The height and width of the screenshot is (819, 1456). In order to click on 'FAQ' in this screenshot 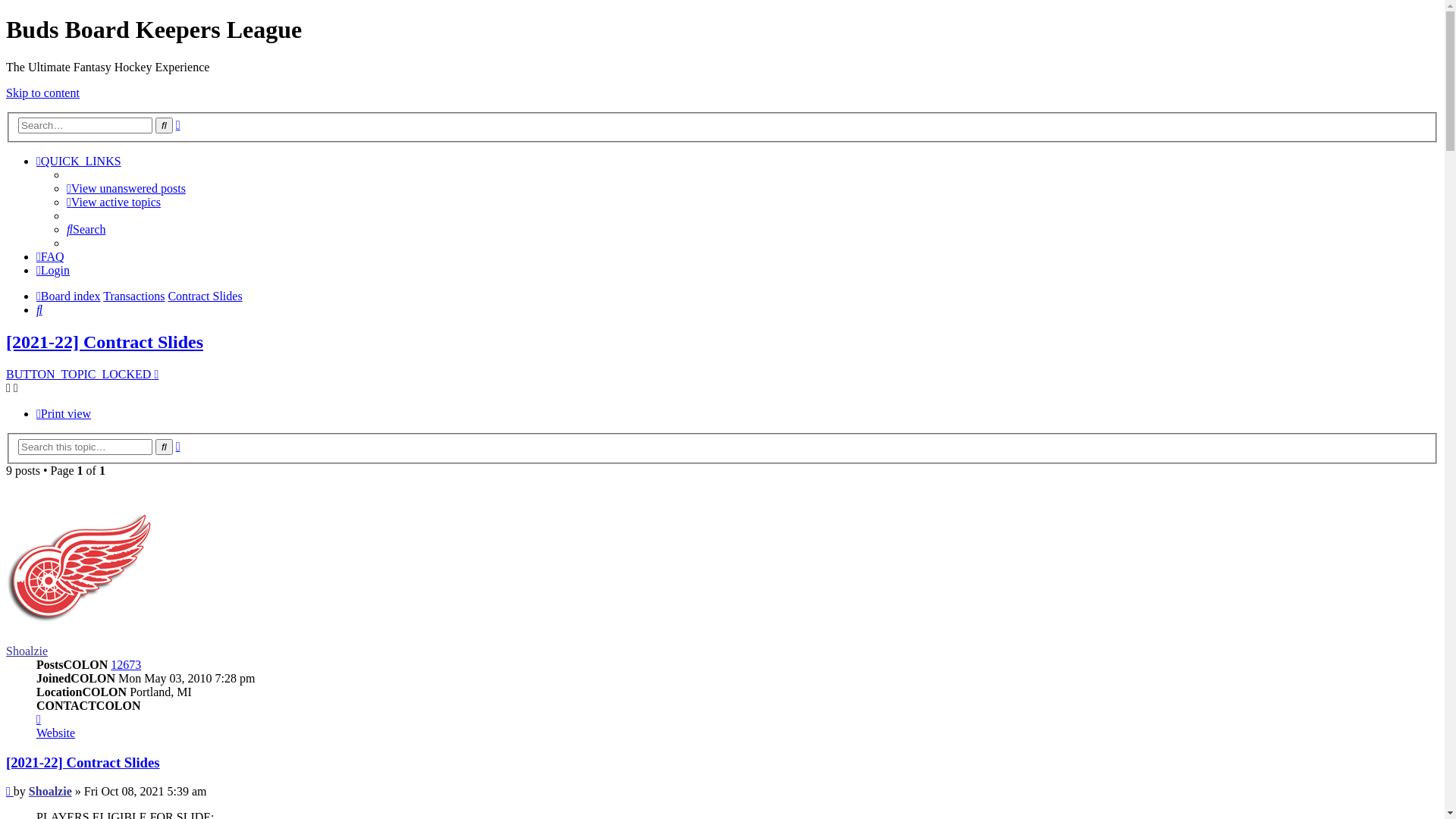, I will do `click(50, 256)`.